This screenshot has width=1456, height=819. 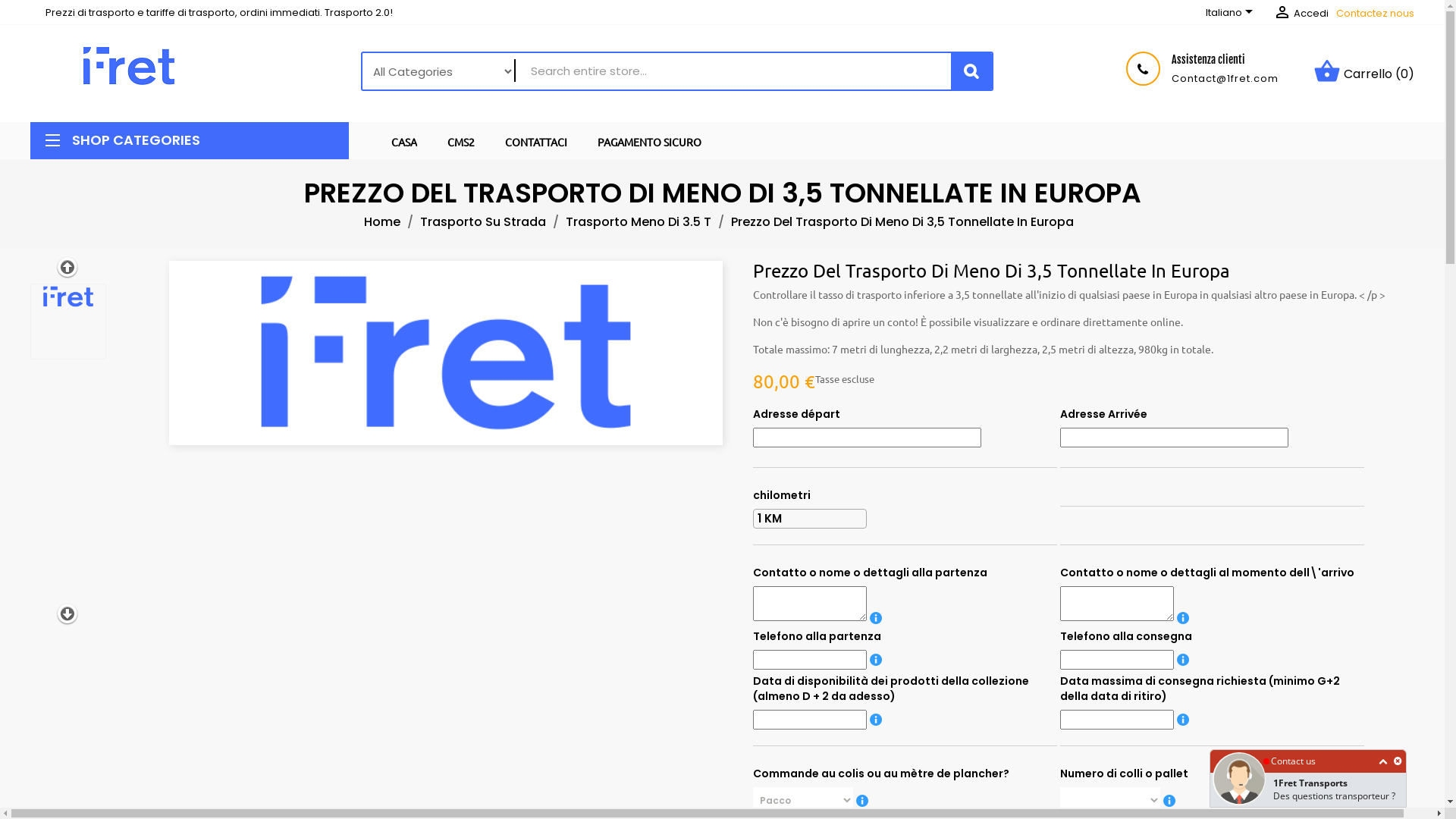 I want to click on 'CONTATTACI', so click(x=535, y=140).